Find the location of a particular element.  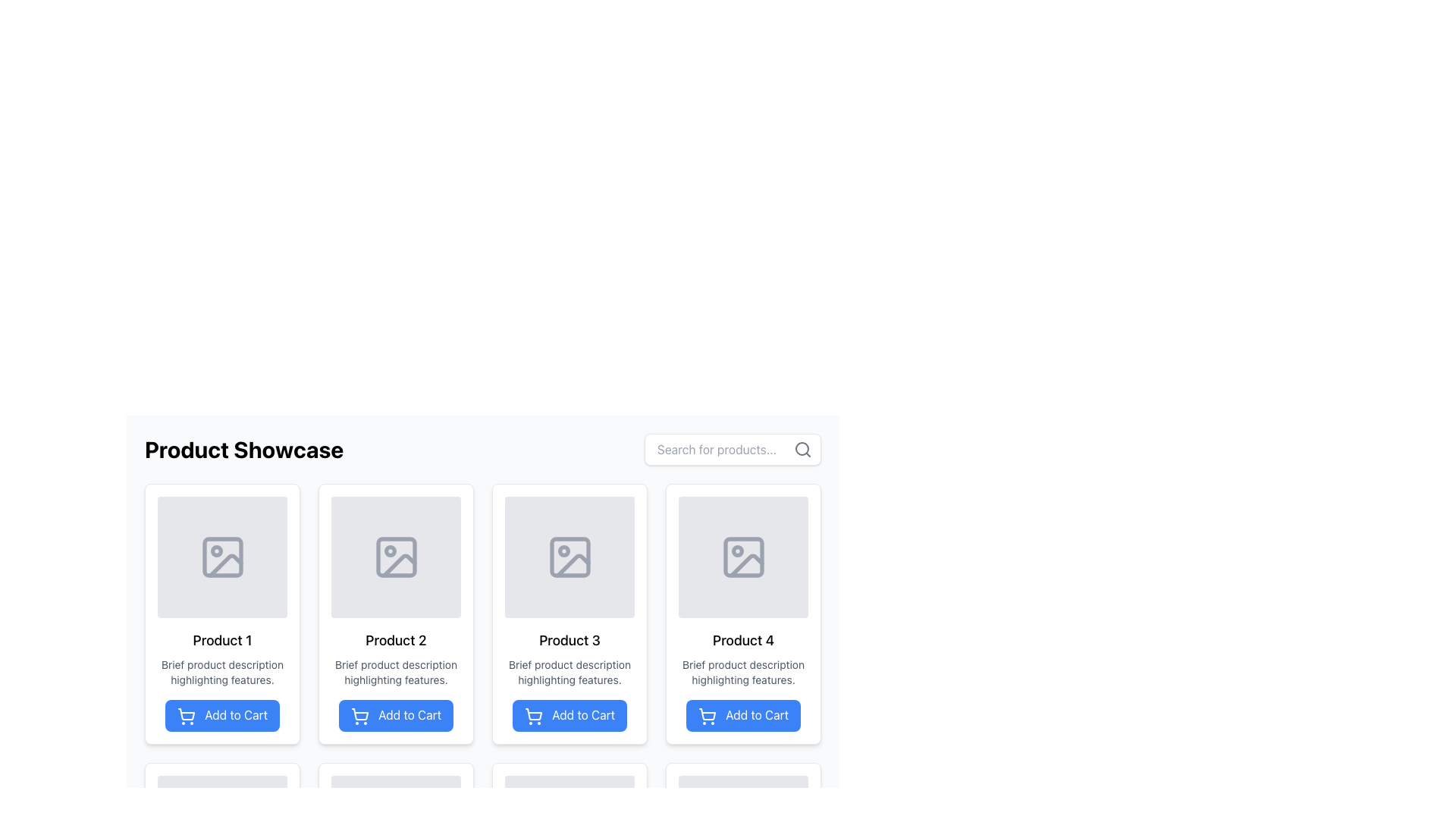

the text label displaying 'Product 2', which is styled with a larger font size and bold weight, located in the second card of the product grid, directly below the placeholder image is located at coordinates (396, 640).